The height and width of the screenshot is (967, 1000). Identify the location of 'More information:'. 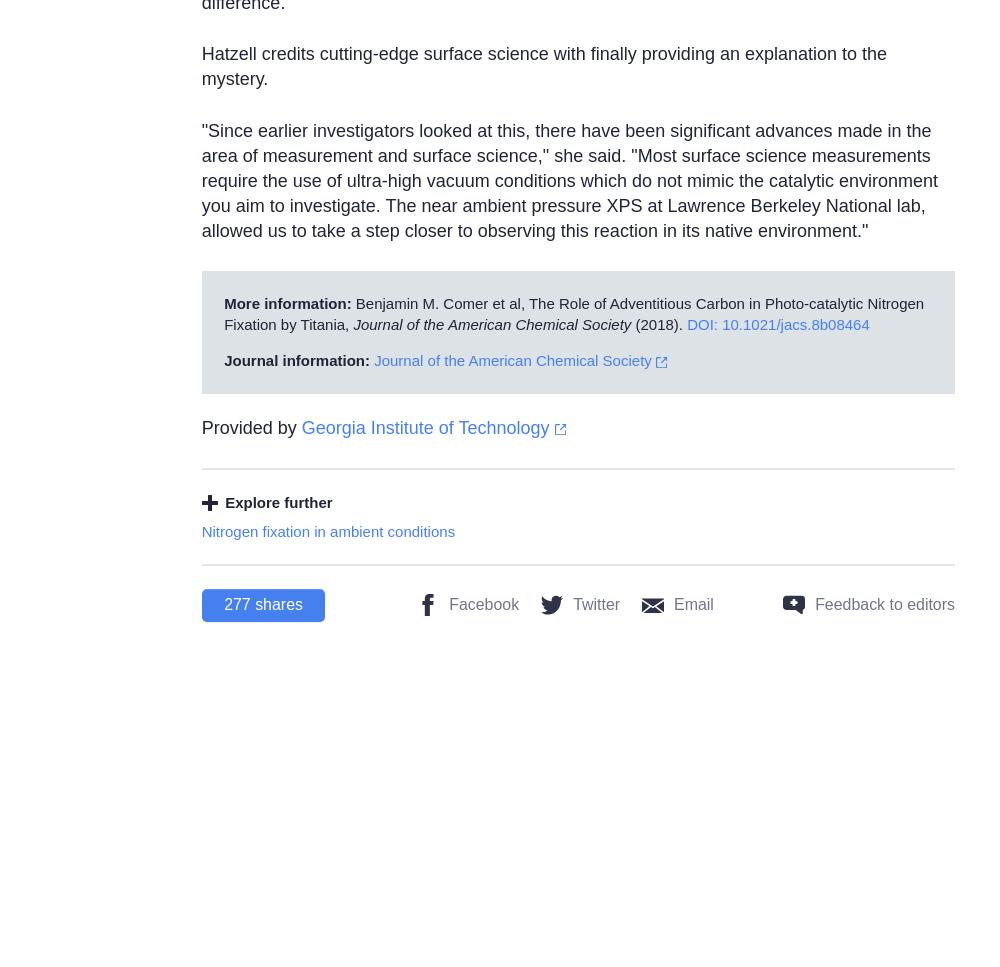
(287, 303).